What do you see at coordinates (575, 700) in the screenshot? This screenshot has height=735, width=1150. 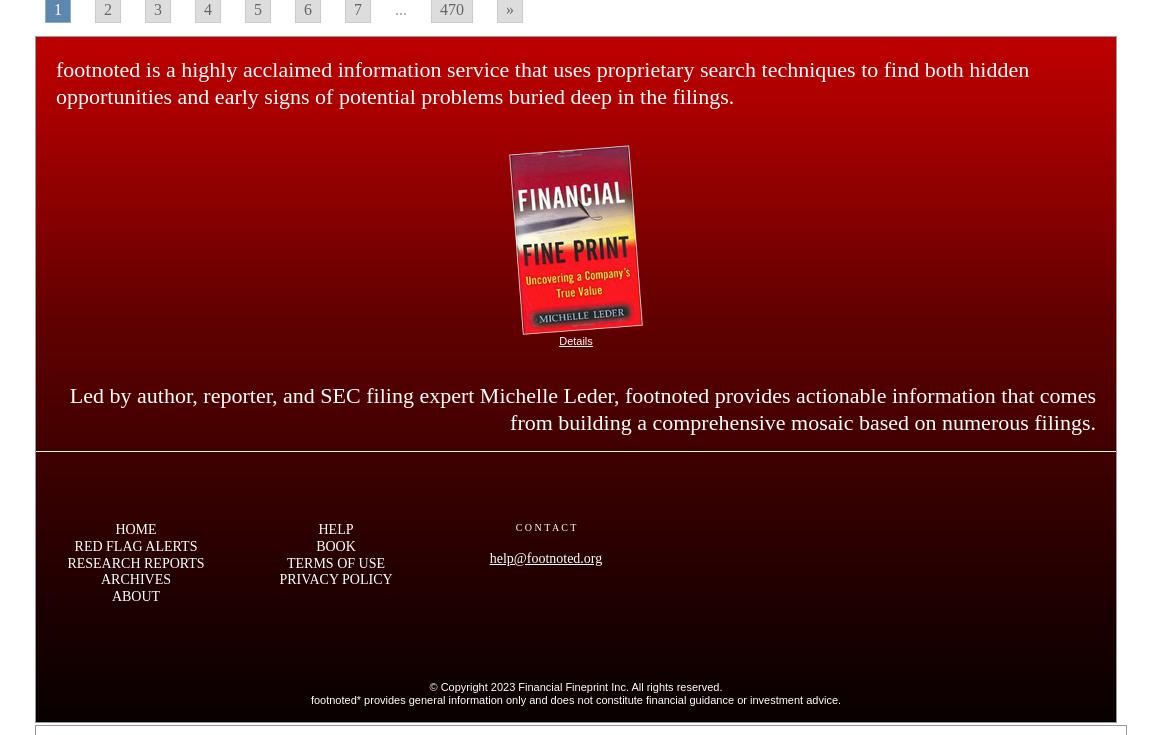 I see `'footnoted* provides general information only and does not constitute financial guidance or investment advice.'` at bounding box center [575, 700].